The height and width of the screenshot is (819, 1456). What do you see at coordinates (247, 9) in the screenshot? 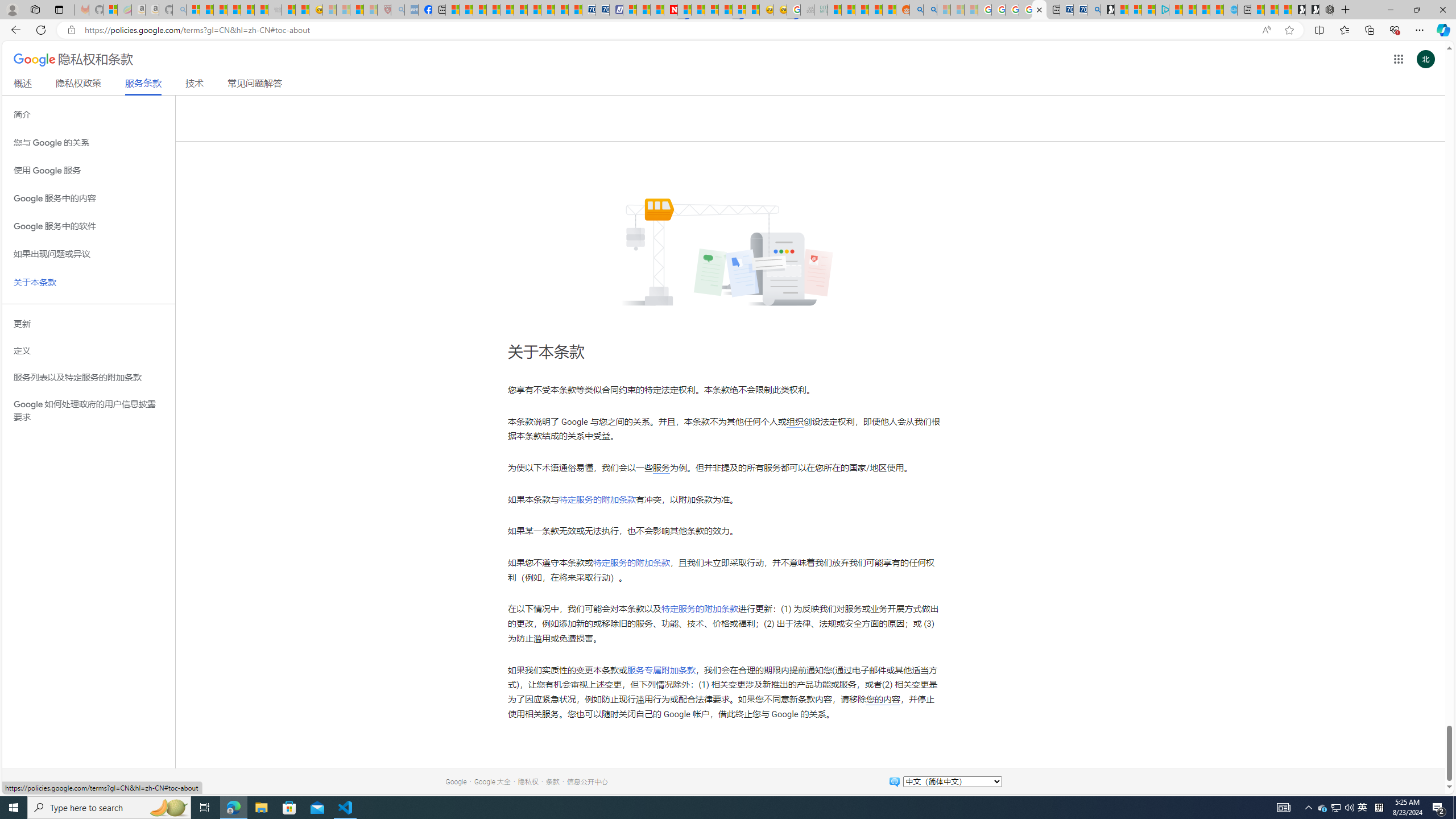
I see `'New Report Confirms 2023 Was Record Hot | Watch'` at bounding box center [247, 9].